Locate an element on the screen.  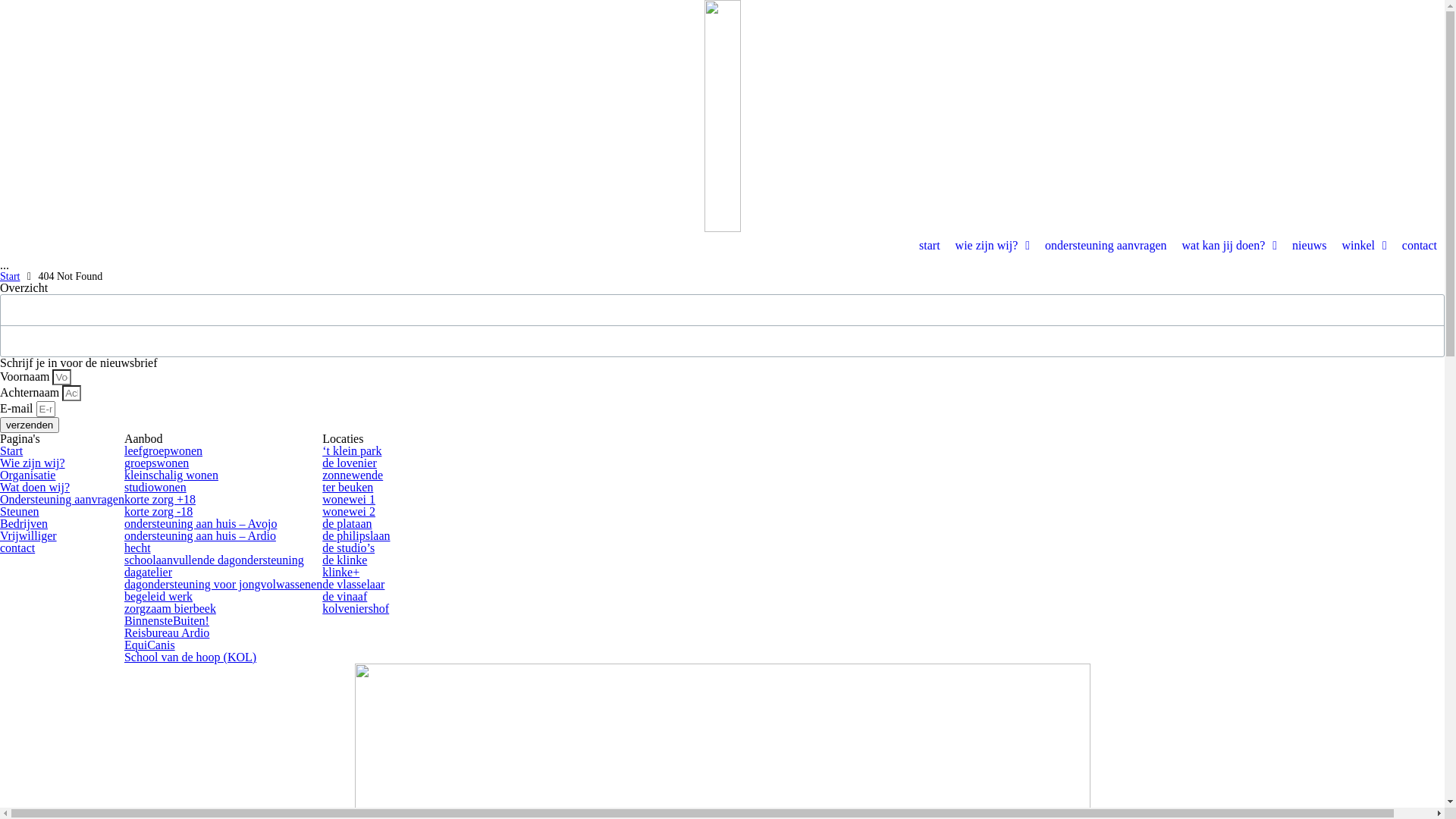
'ter beuken' is located at coordinates (347, 487).